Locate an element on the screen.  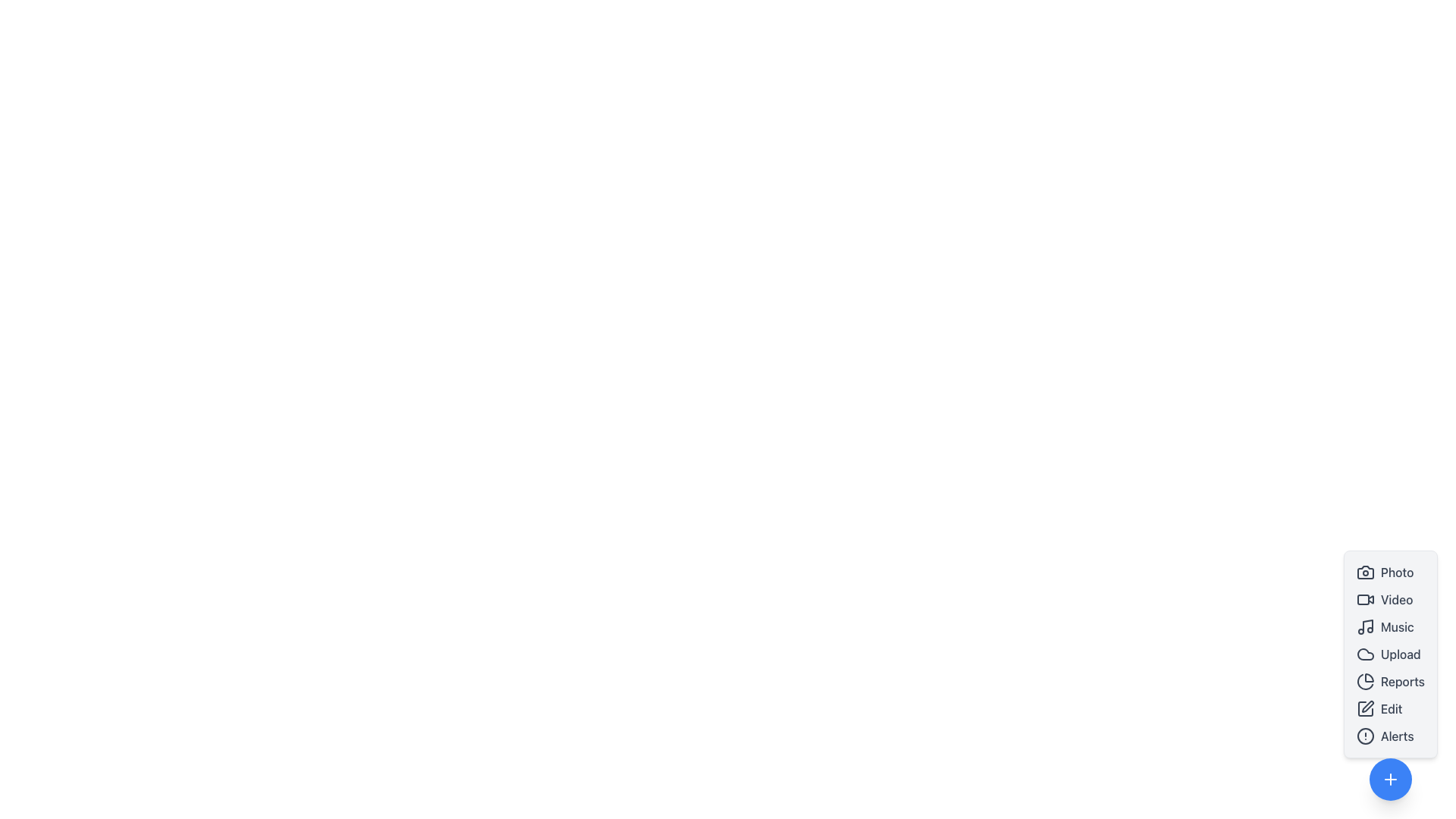
the edit button located between the 'Reports' and 'Alerts' options is located at coordinates (1379, 708).